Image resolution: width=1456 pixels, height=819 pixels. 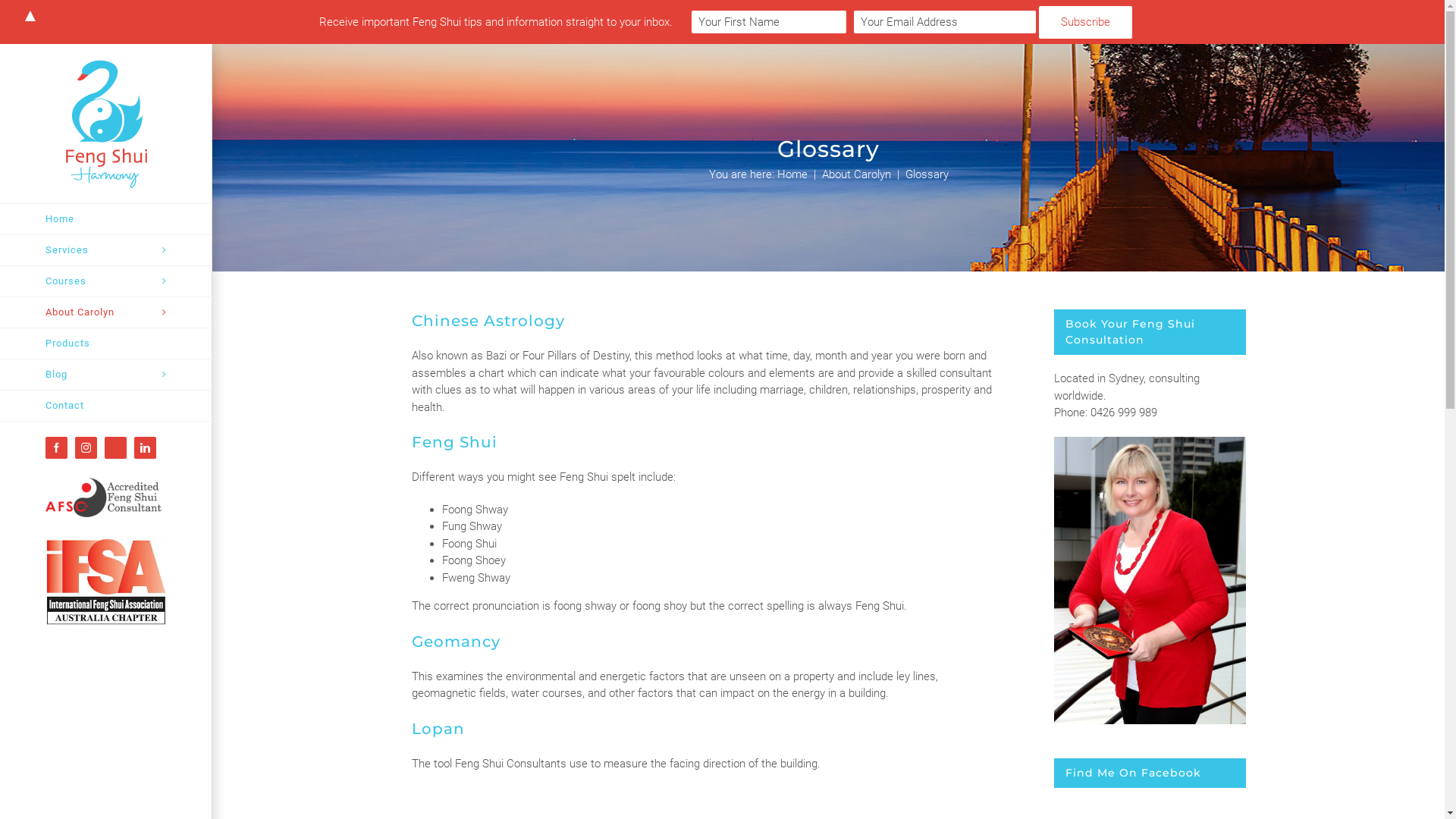 I want to click on 'Blog', so click(x=105, y=375).